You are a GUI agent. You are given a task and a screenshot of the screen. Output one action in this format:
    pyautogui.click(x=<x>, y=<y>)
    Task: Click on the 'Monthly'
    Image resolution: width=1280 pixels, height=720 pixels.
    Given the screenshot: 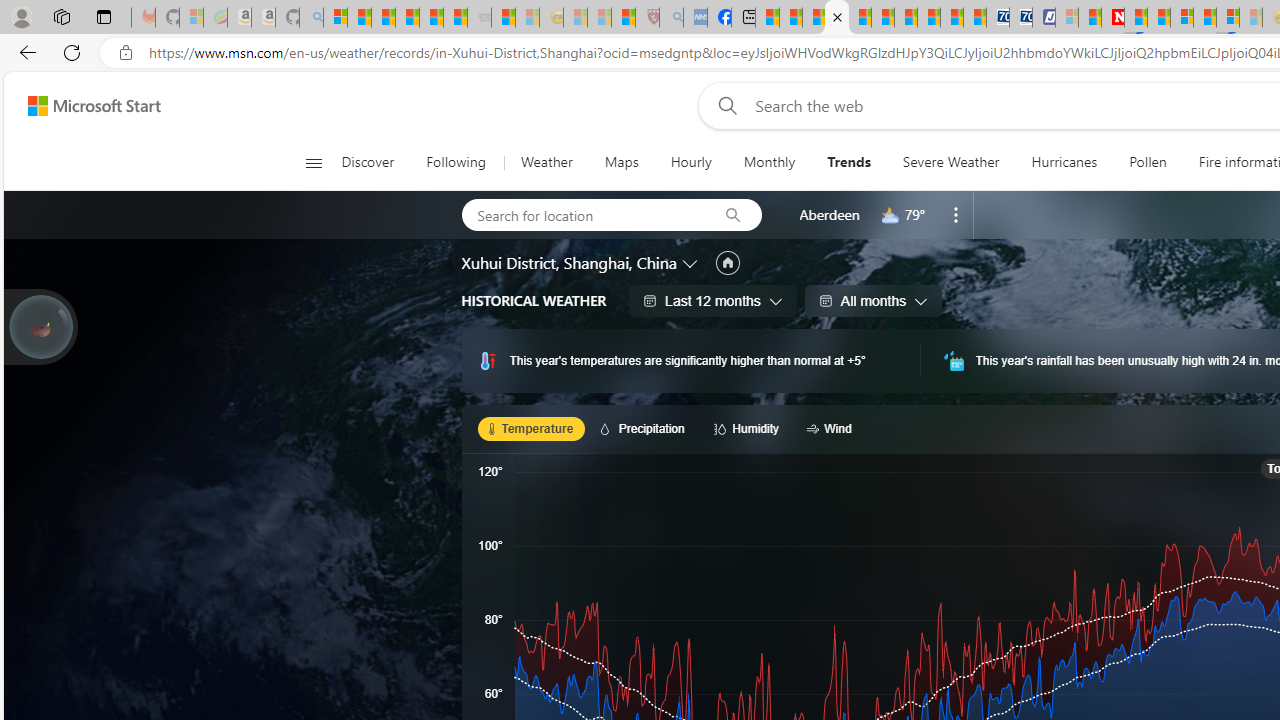 What is the action you would take?
    pyautogui.click(x=768, y=162)
    